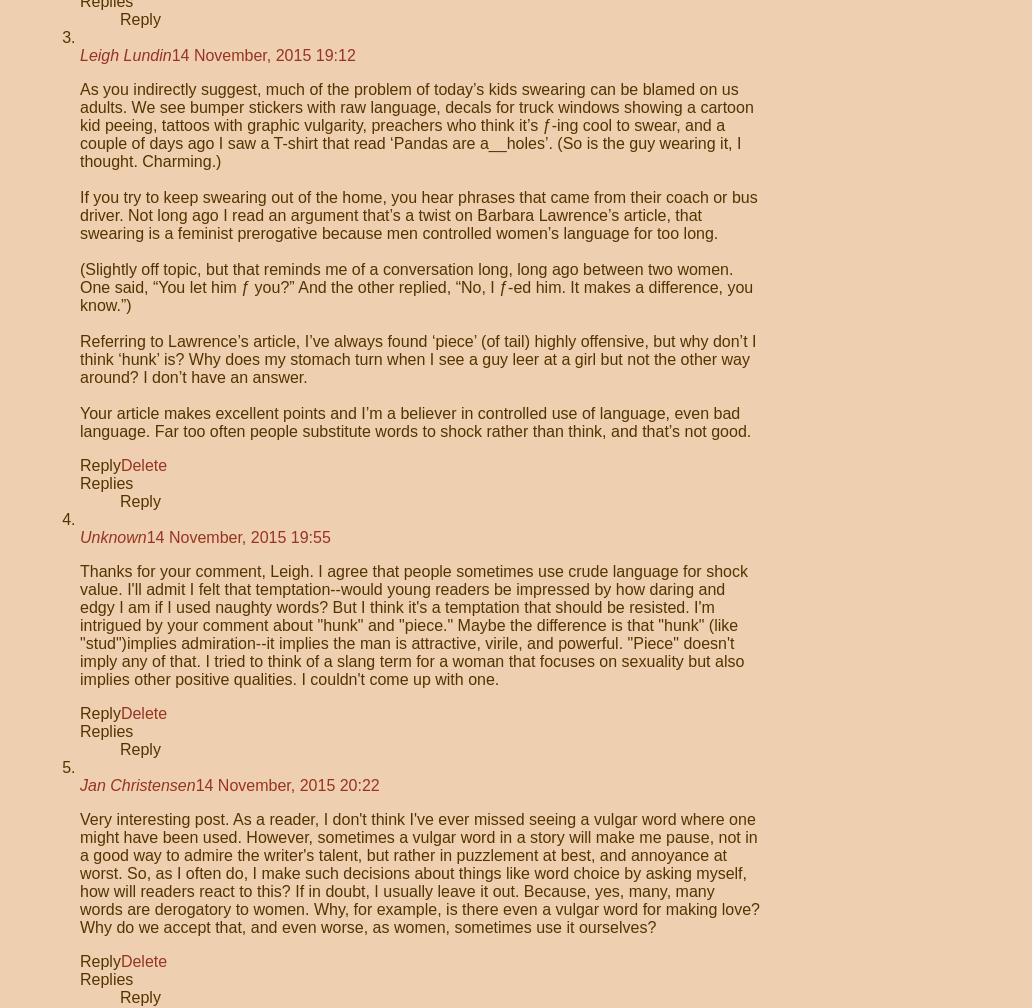 The image size is (1032, 1008). Describe the element at coordinates (417, 215) in the screenshot. I see `'If you try to keep swearing out of the home, you hear phrases that came from their coach or bus driver. Not long ago I read an argument that’s a twist on Barbara Lawrence’s article, that swearing is a feminist prerogative because men controlled women’s language for too long.'` at that location.